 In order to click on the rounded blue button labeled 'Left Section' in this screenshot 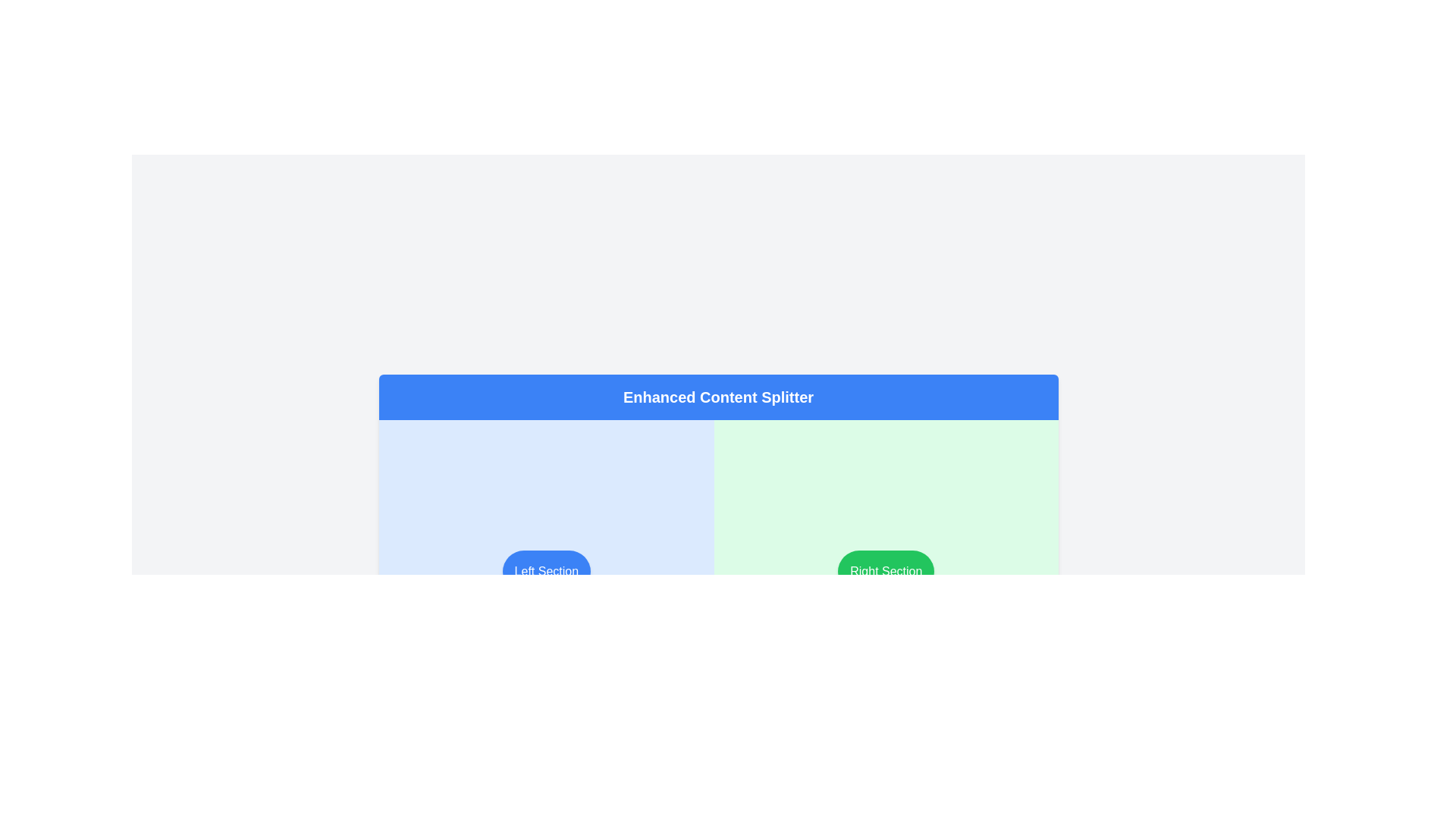, I will do `click(546, 571)`.